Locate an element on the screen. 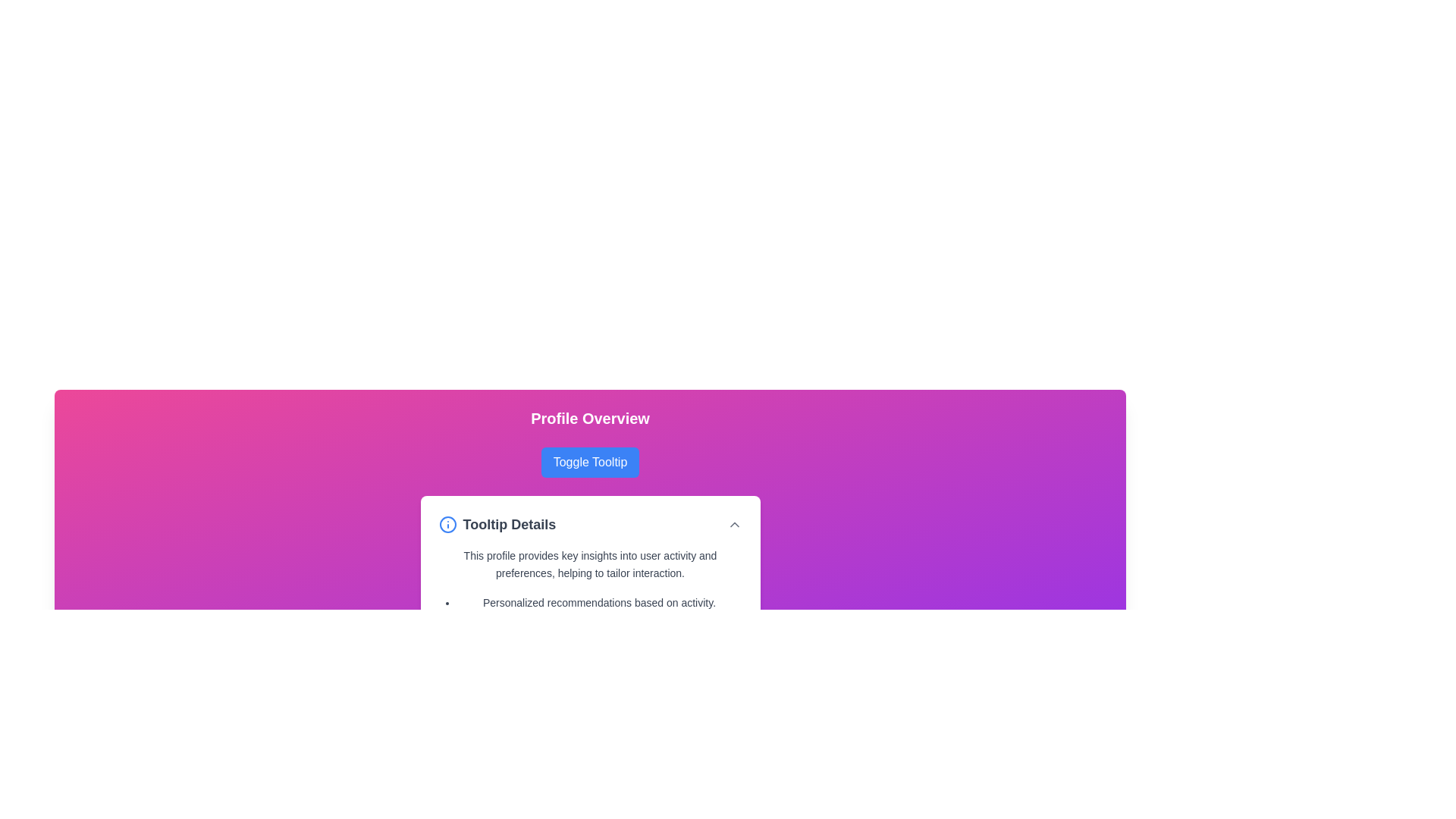 Image resolution: width=1456 pixels, height=819 pixels. the toggle button located to the far right of the 'Tooltip Details' section is located at coordinates (734, 523).